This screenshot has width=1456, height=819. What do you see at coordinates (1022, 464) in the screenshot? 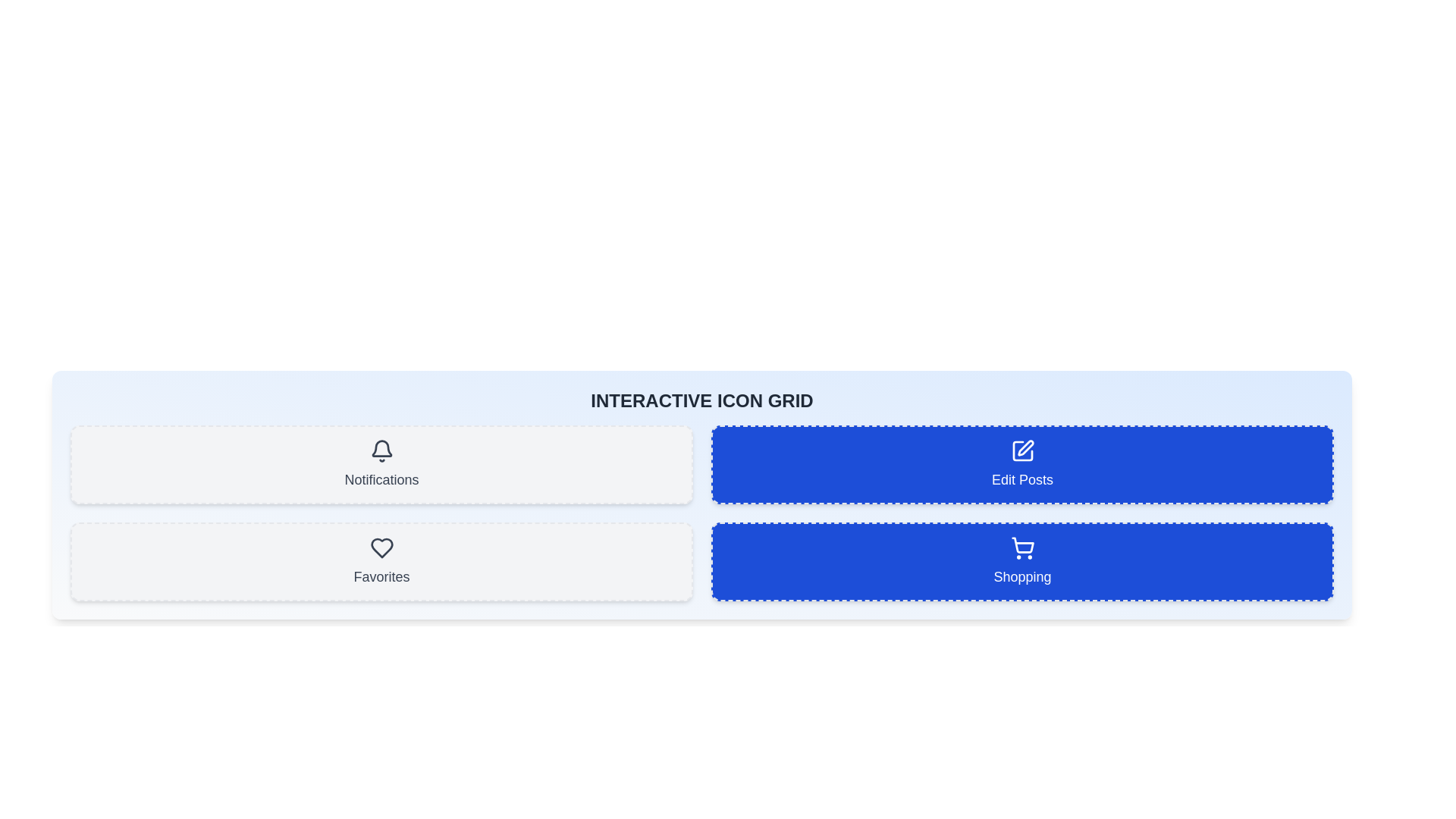
I see `the grid item labeled Edit Posts to observe the hover effect` at bounding box center [1022, 464].